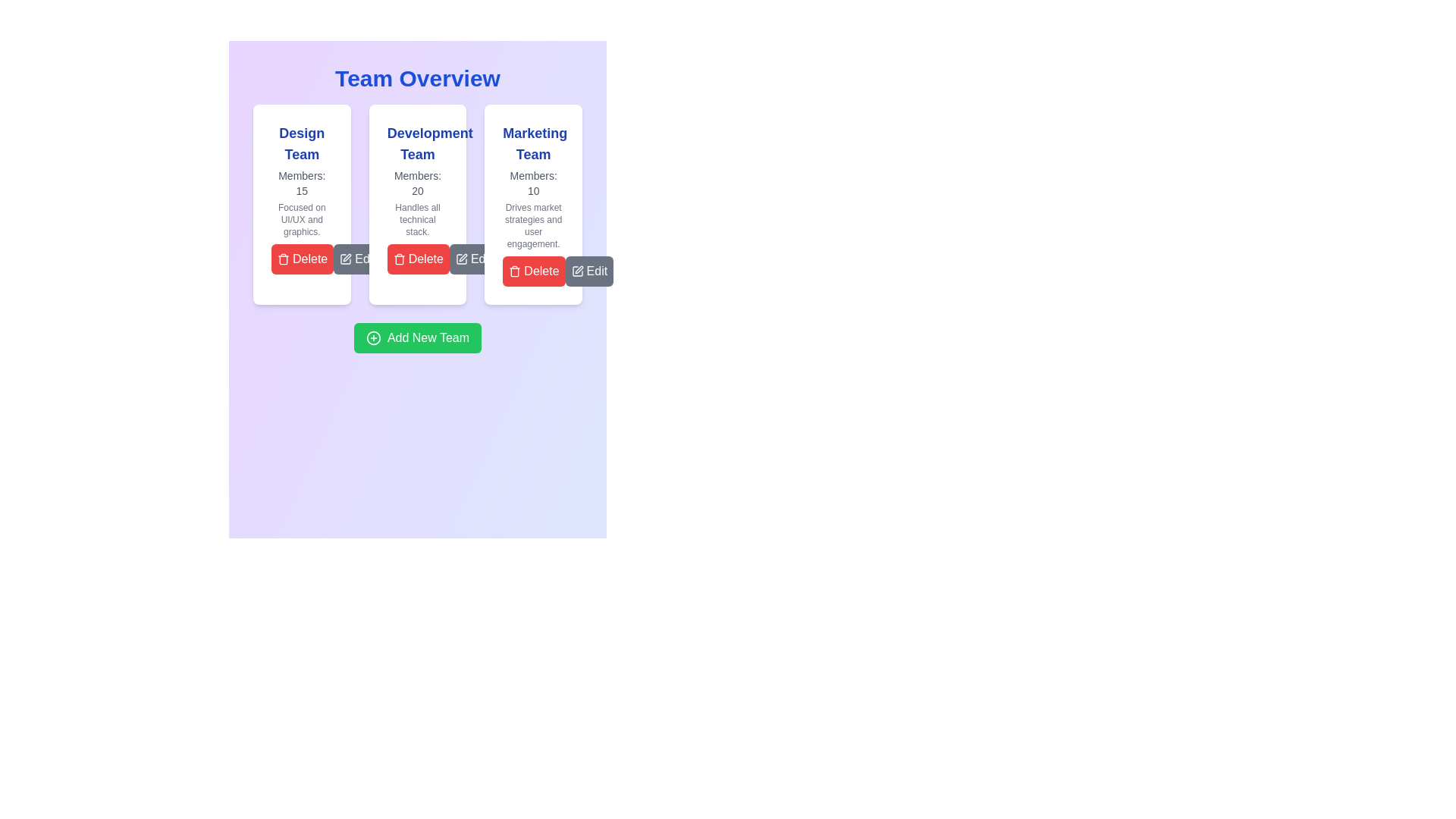 This screenshot has height=819, width=1456. What do you see at coordinates (399, 259) in the screenshot?
I see `the trash bin icon with a red background inside the 'Delete' button to initiate a delete action` at bounding box center [399, 259].